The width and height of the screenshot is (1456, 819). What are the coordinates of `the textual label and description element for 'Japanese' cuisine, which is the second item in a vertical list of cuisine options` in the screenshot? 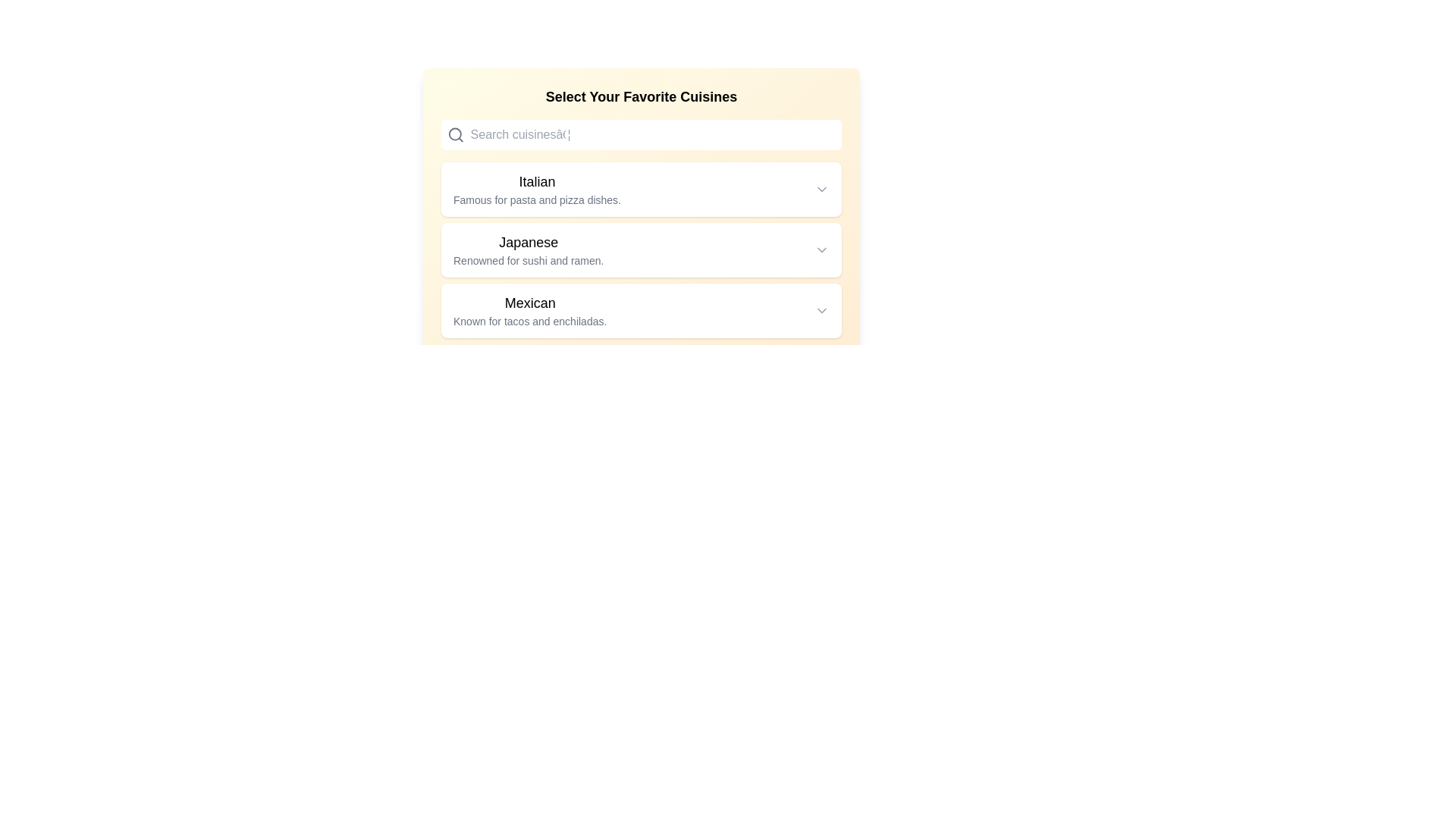 It's located at (529, 249).